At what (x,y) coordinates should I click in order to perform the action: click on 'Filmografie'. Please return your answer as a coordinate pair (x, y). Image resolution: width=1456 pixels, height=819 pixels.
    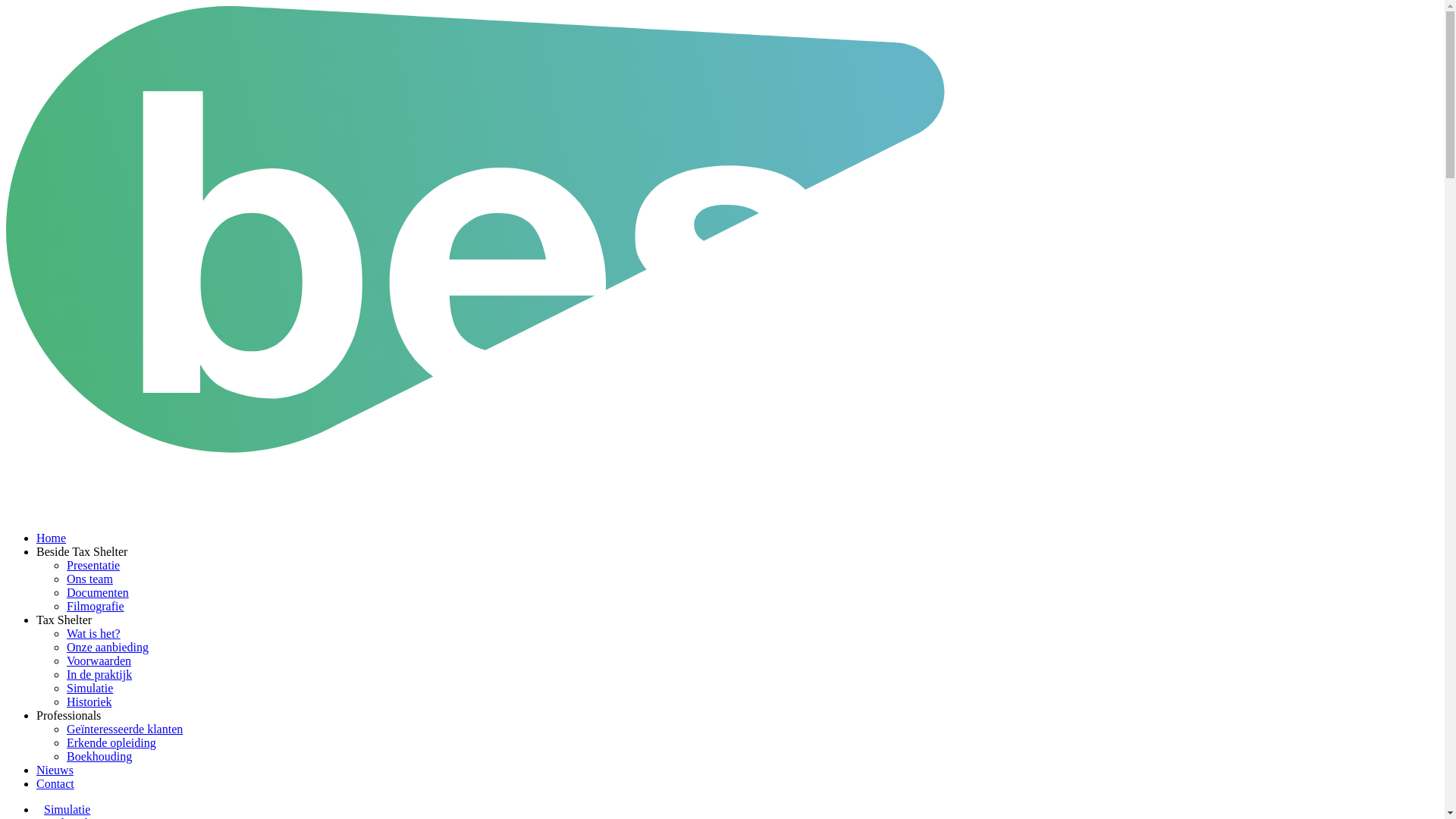
    Looking at the image, I should click on (94, 605).